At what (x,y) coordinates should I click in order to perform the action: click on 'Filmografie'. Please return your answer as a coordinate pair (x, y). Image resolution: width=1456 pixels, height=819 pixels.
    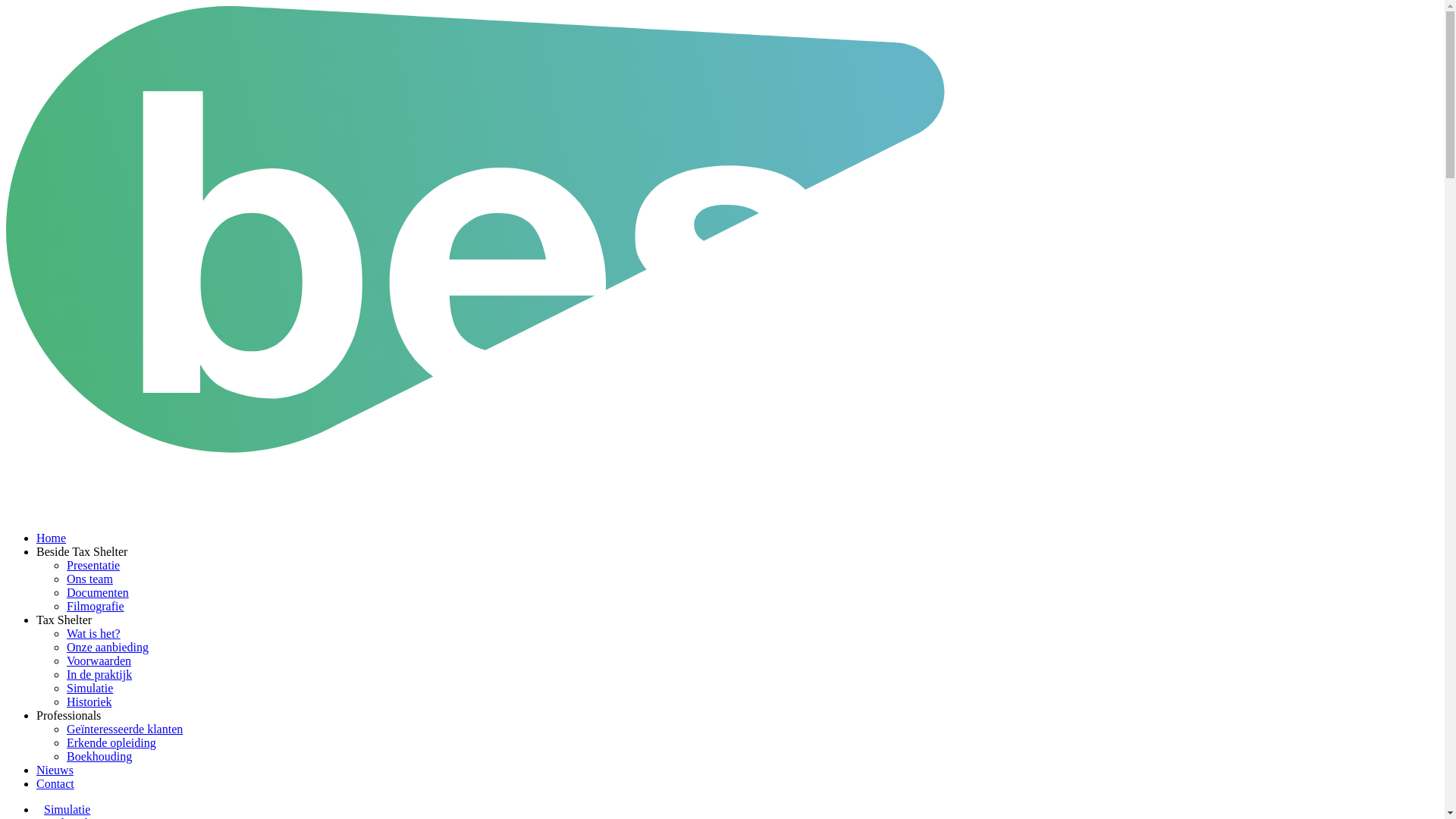
    Looking at the image, I should click on (94, 605).